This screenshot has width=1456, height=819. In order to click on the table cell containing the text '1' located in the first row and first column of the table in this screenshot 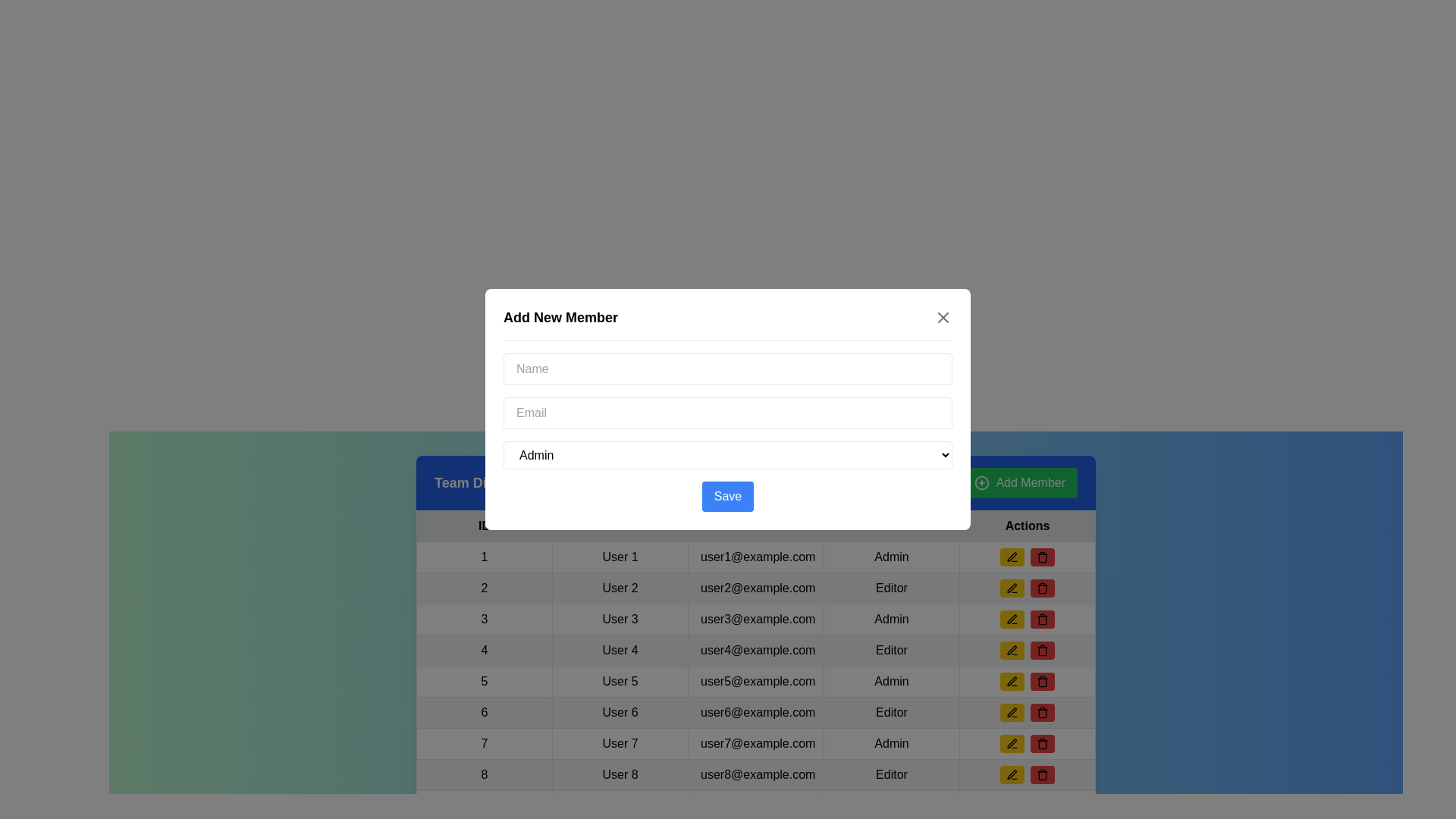, I will do `click(483, 557)`.